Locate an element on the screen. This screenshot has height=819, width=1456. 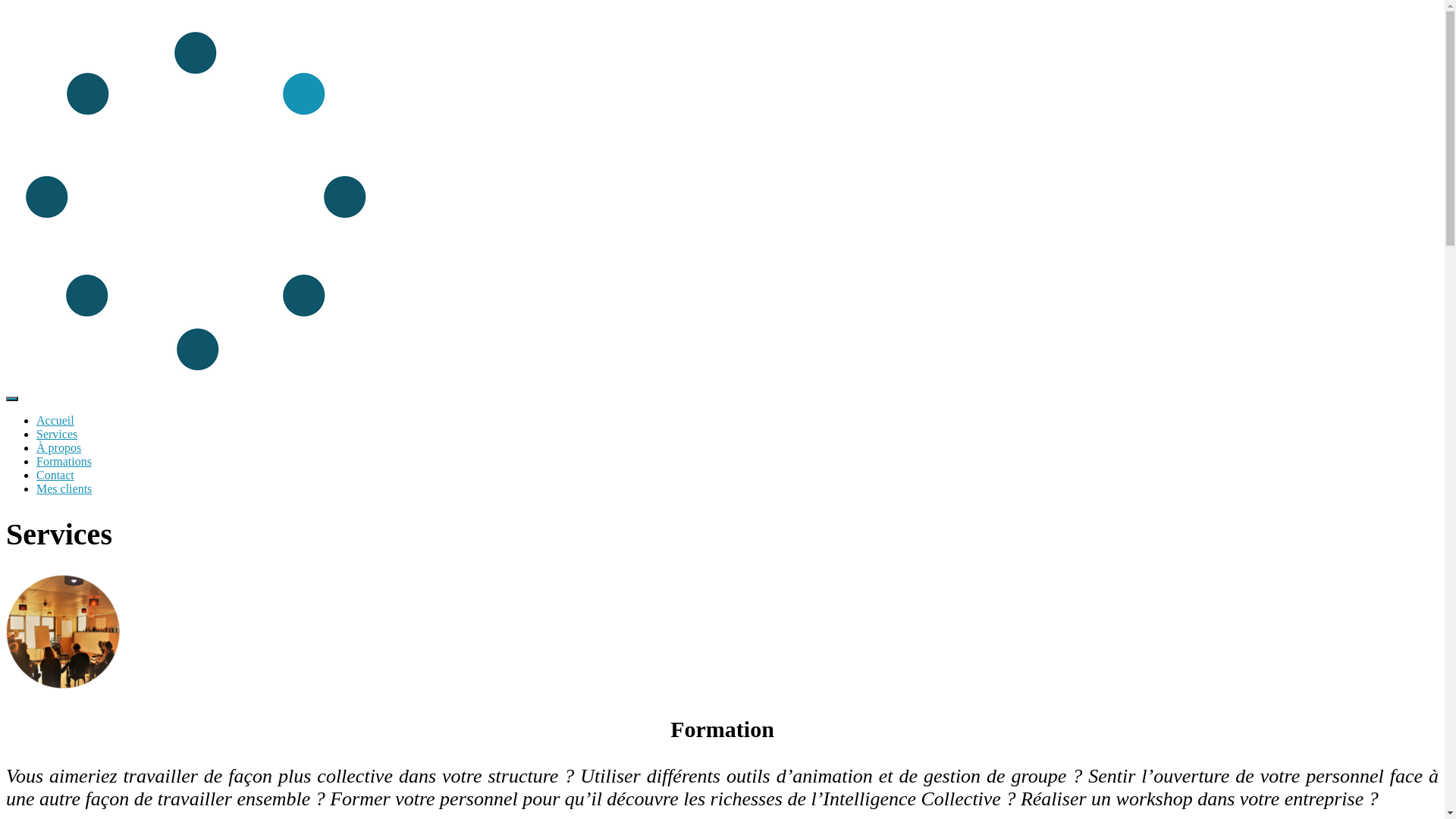
'Contact' is located at coordinates (55, 474).